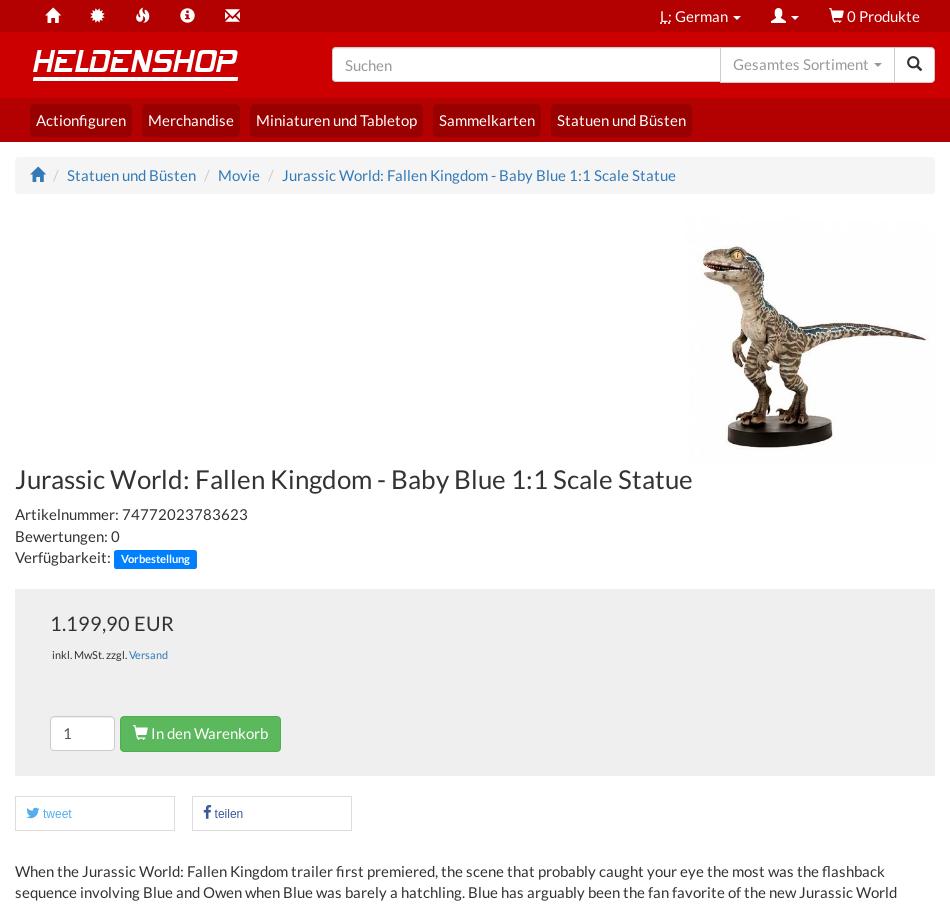 The height and width of the screenshot is (907, 950). I want to click on '74772023783623', so click(184, 512).